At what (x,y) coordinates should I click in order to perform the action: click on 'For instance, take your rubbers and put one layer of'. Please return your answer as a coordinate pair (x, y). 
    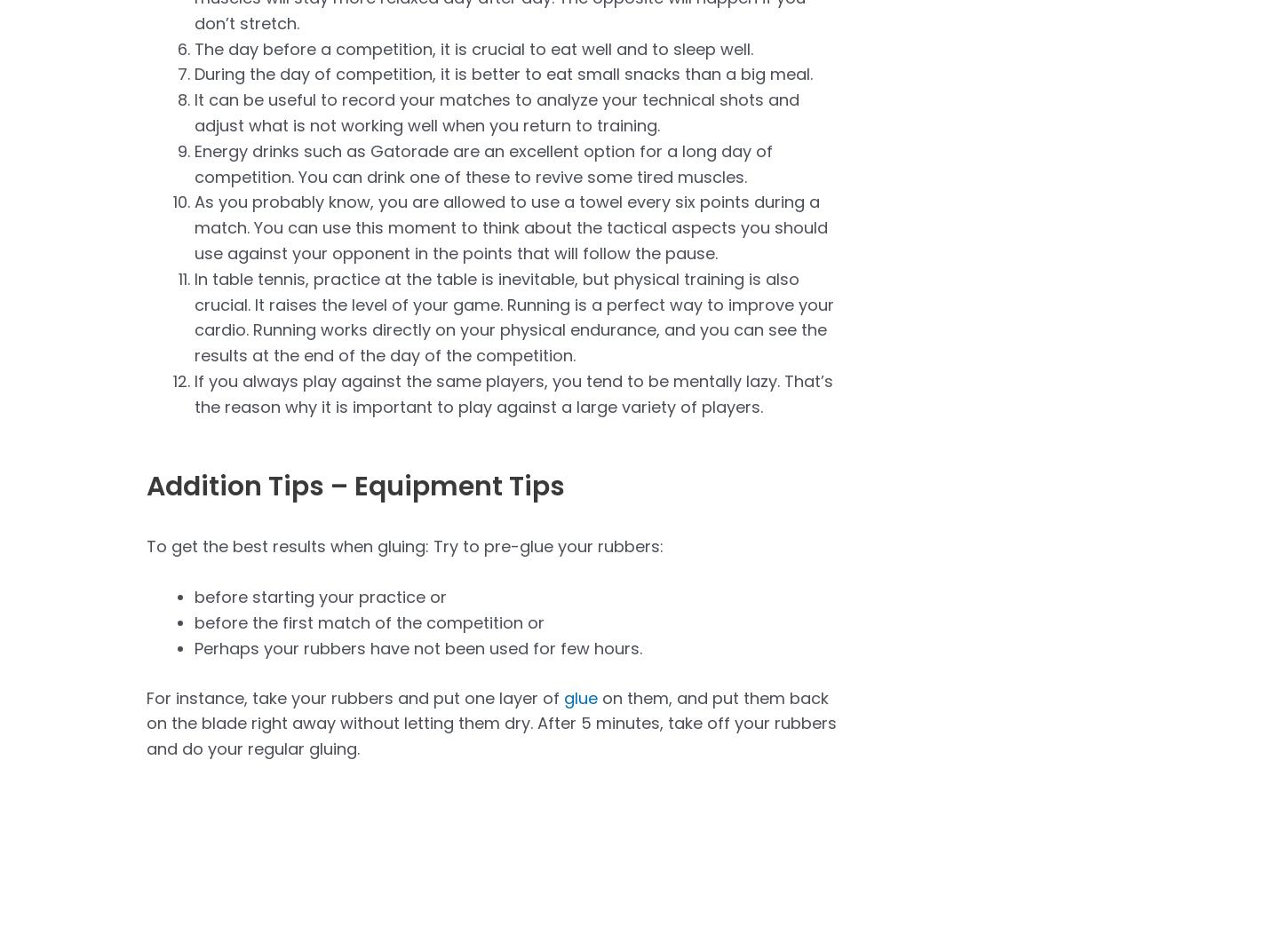
    Looking at the image, I should click on (354, 697).